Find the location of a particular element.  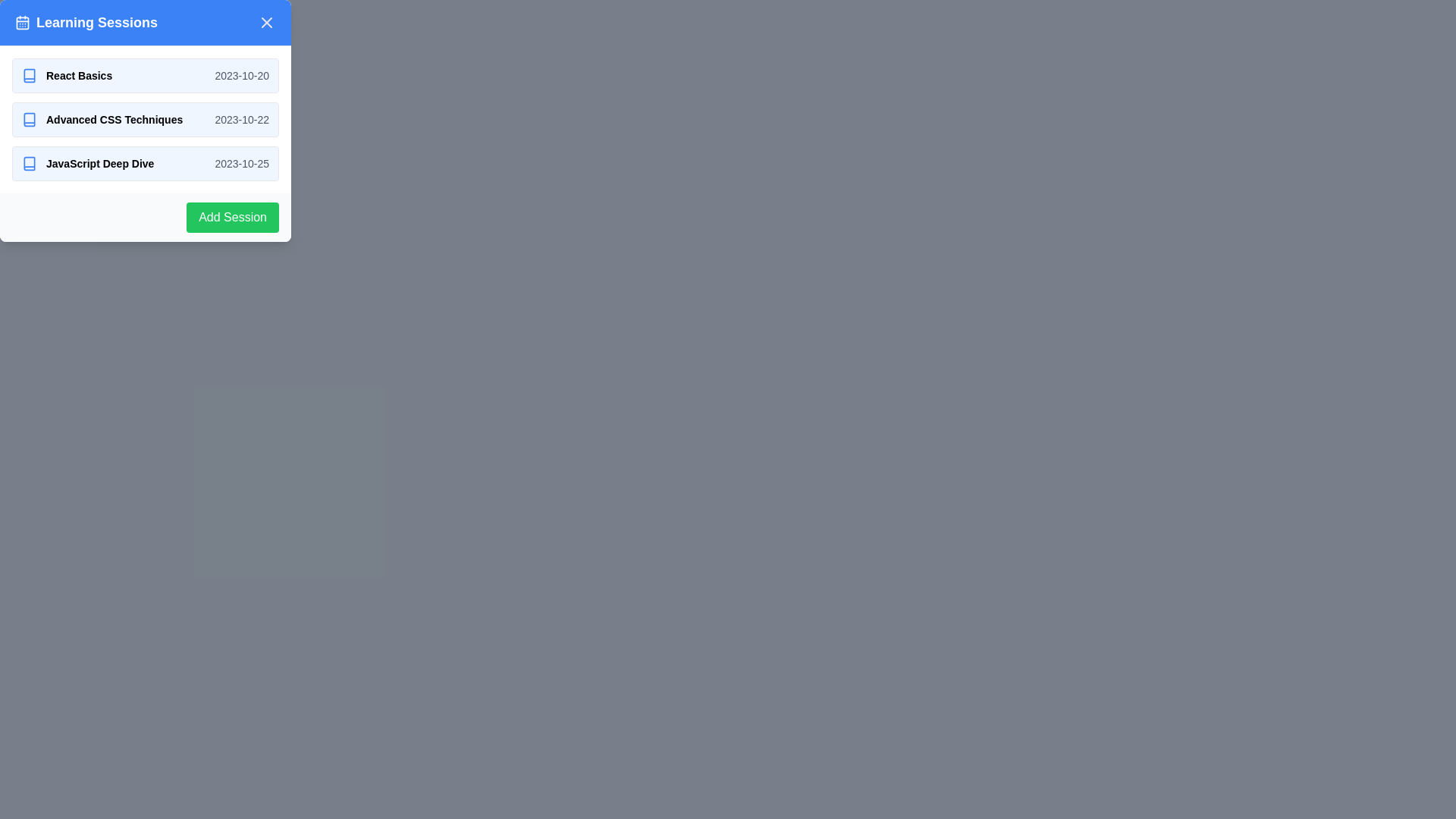

the close button located in the top-right corner of the 'Learning Sessions' header is located at coordinates (266, 23).